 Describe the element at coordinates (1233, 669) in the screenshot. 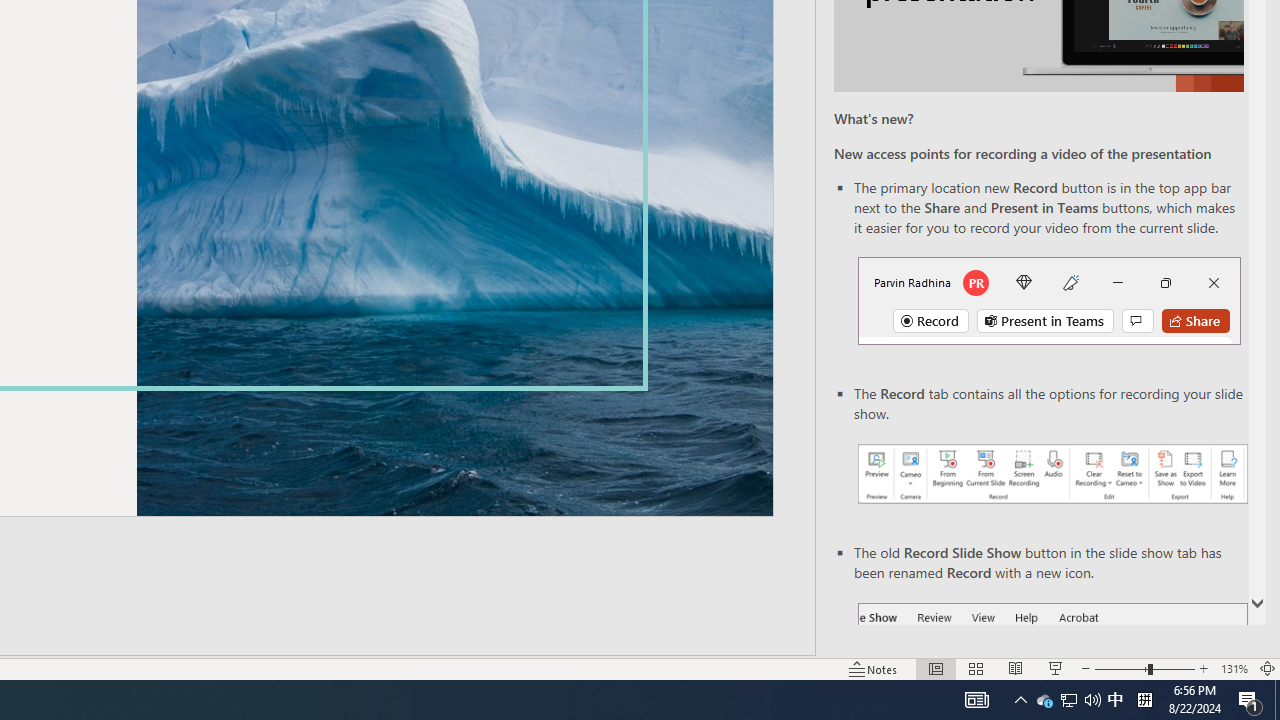

I see `'Zoom 131%'` at that location.